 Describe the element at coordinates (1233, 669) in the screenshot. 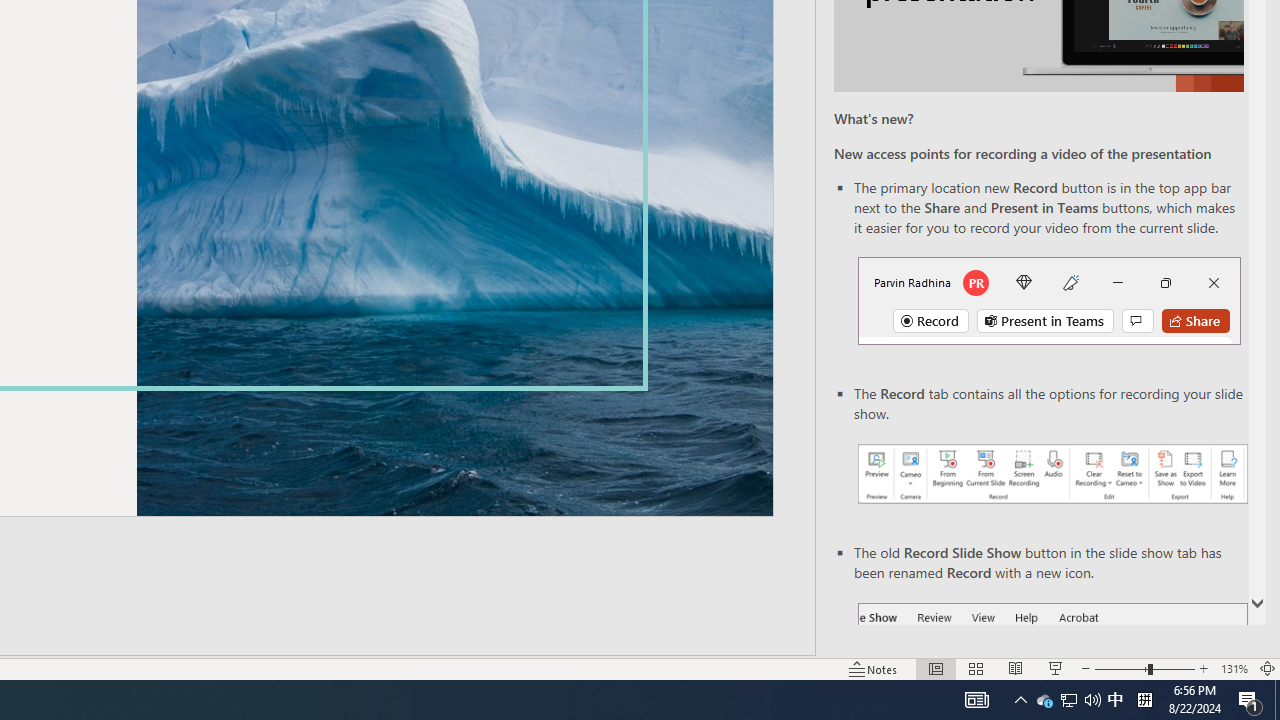

I see `'Zoom 131%'` at that location.